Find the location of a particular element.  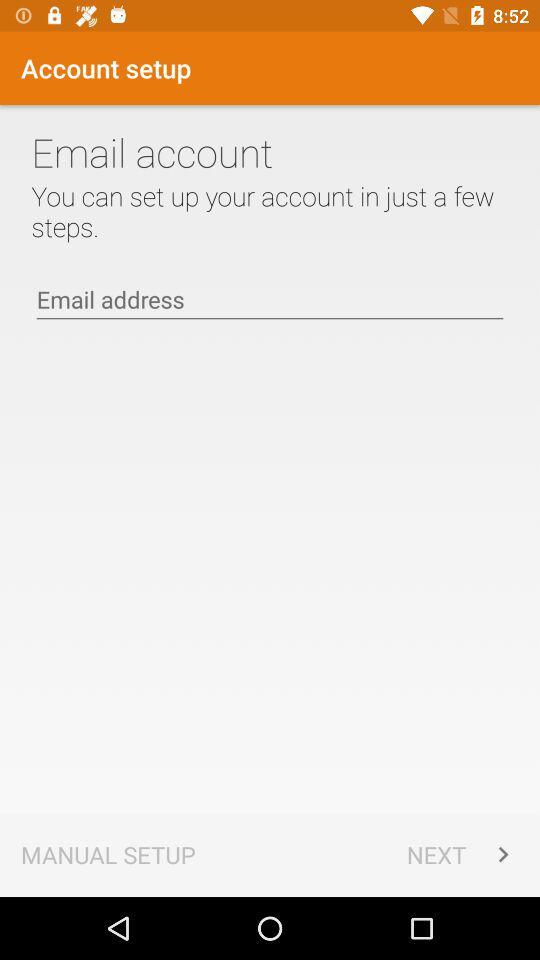

icon at the bottom left corner is located at coordinates (108, 853).